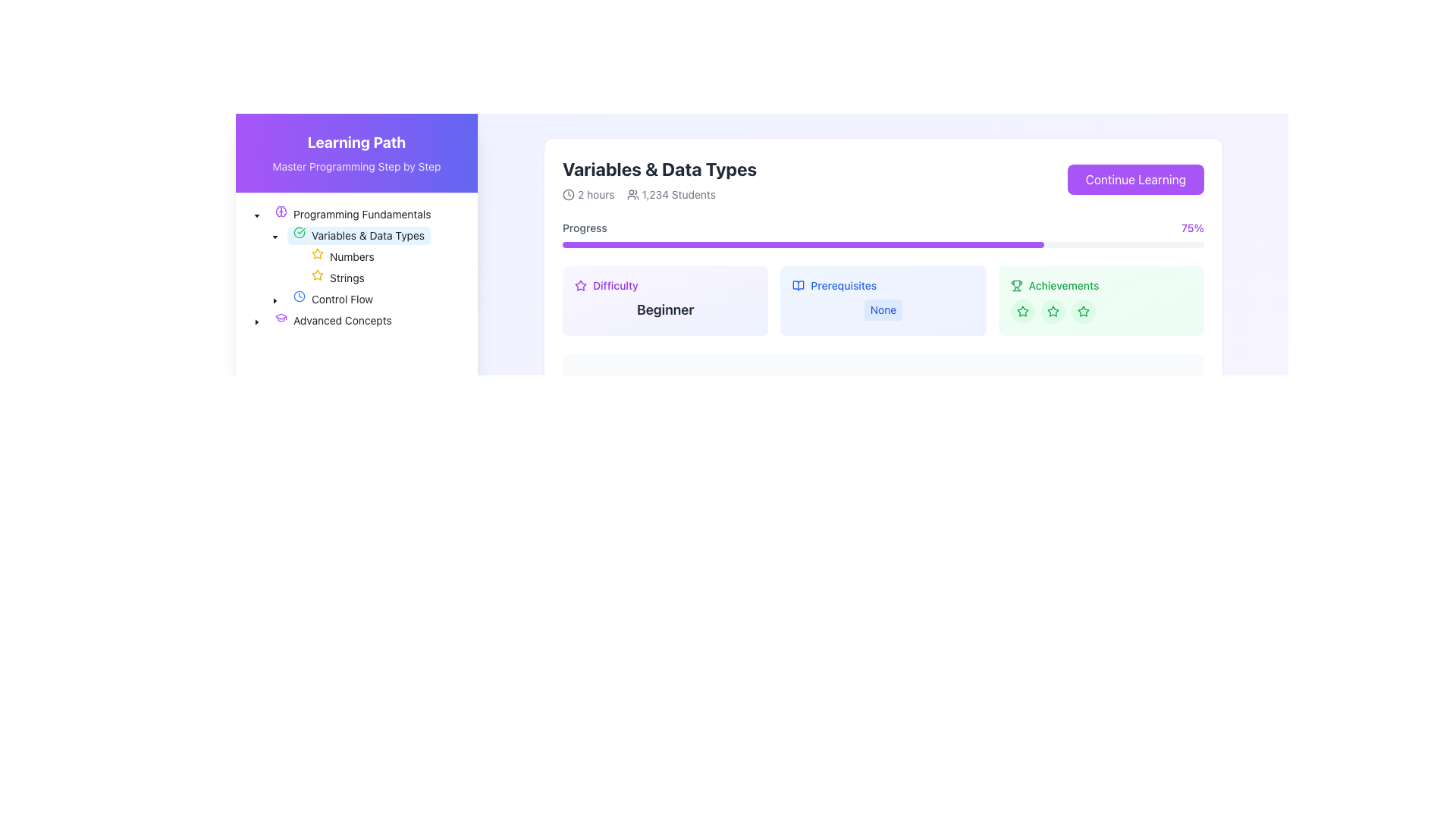  Describe the element at coordinates (1016, 286) in the screenshot. I see `the trophy-shaped icon representing achievements, located at the leftmost position of the layout beside the text 'Achievements'` at that location.